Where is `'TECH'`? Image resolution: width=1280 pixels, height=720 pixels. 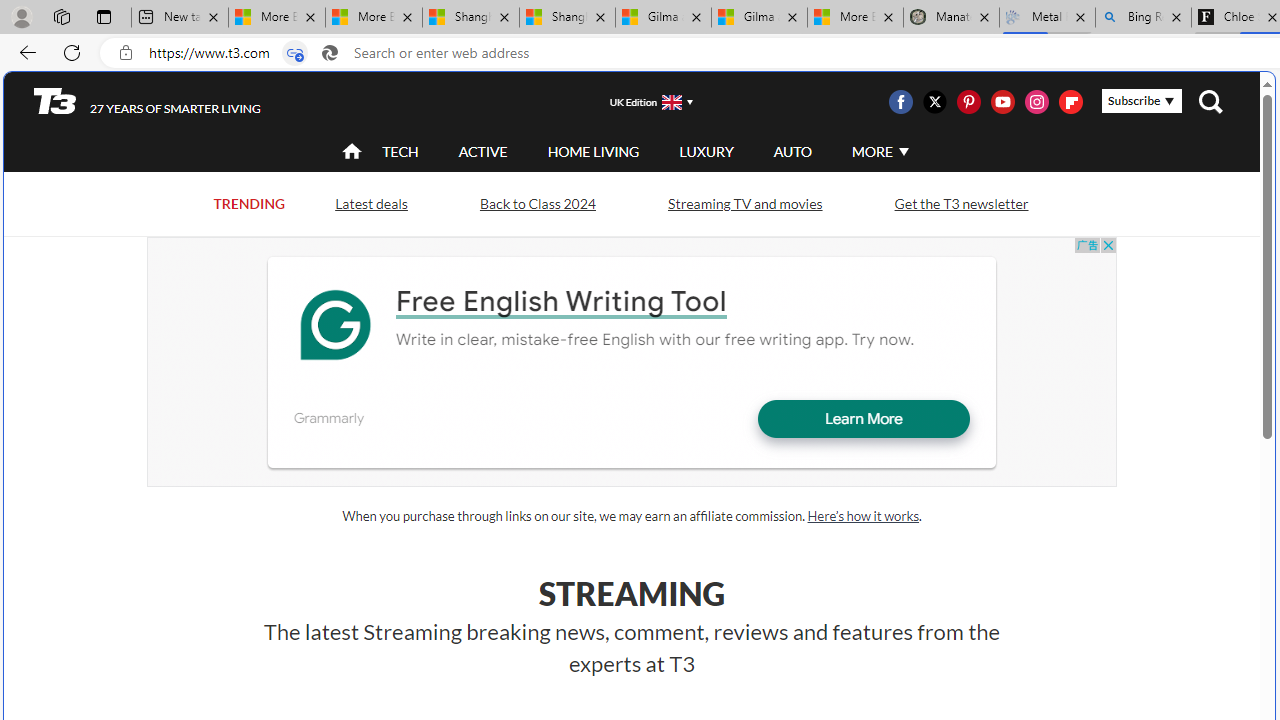 'TECH' is located at coordinates (400, 150).